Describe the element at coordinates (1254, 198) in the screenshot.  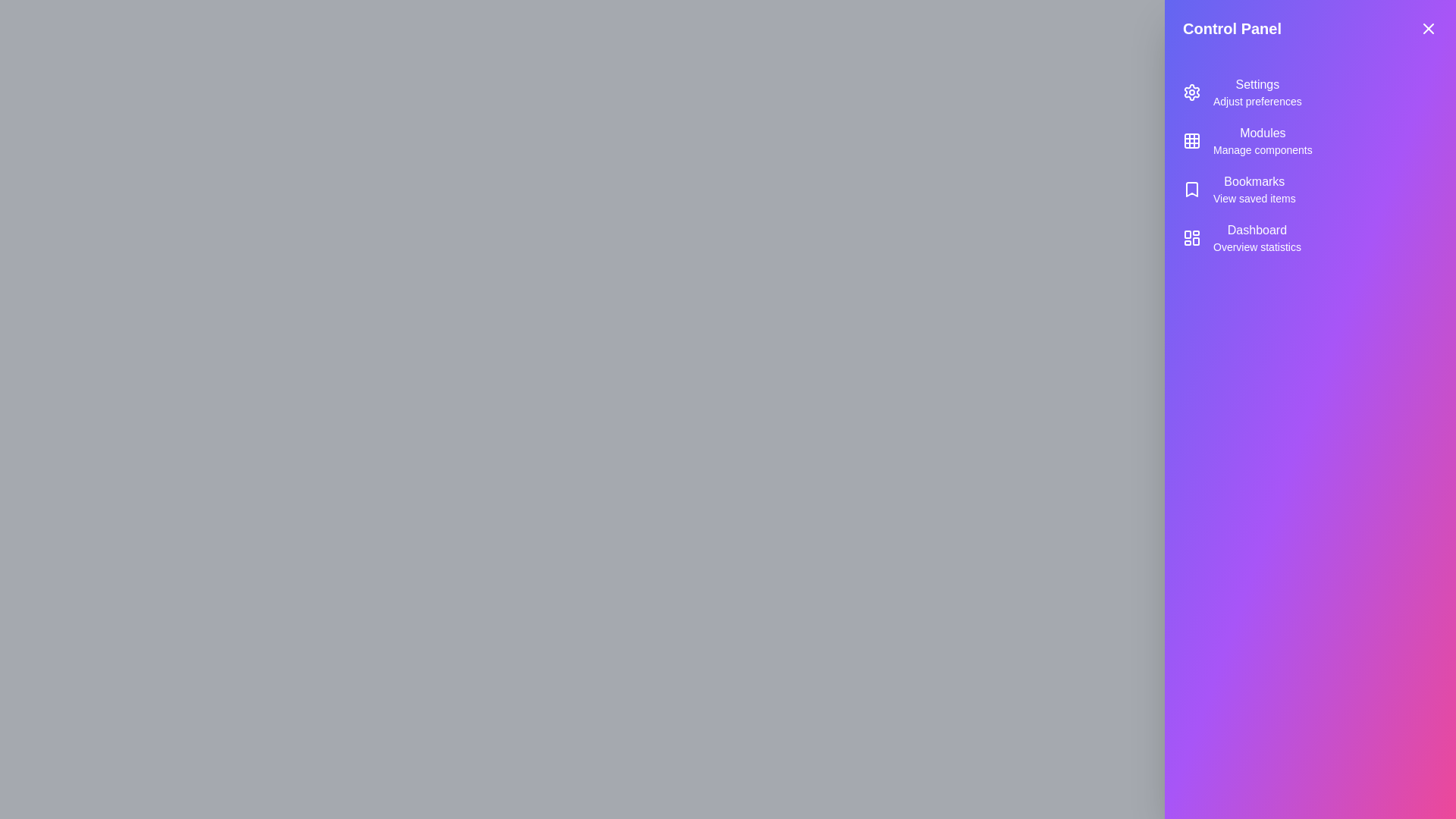
I see `the 'View saved items' text label within the Control Panel menu to trigger additional effects` at that location.